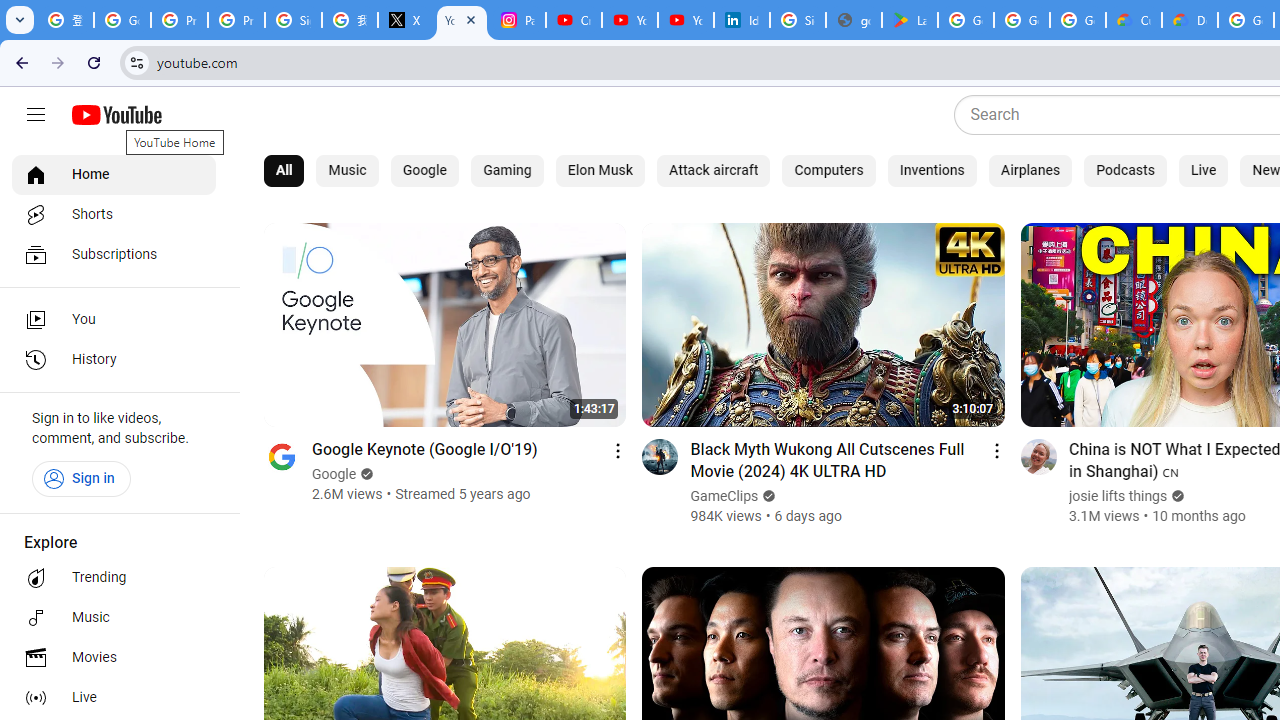 This screenshot has height=720, width=1280. Describe the element at coordinates (930, 170) in the screenshot. I see `'Inventions'` at that location.